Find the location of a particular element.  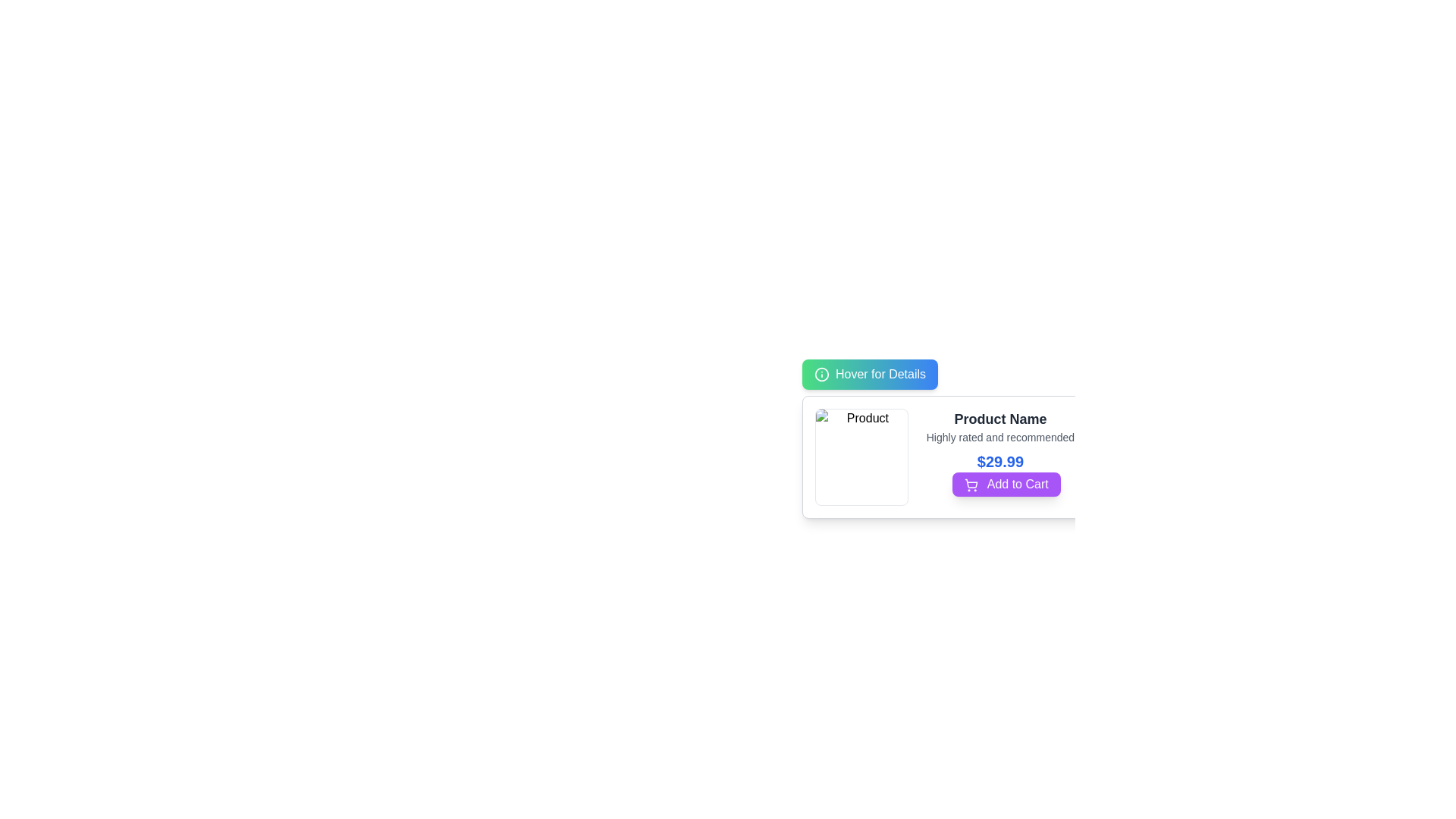

the product title text located at the top of the product card, which is positioned above the 'Highly rated and recommended' text is located at coordinates (1000, 419).